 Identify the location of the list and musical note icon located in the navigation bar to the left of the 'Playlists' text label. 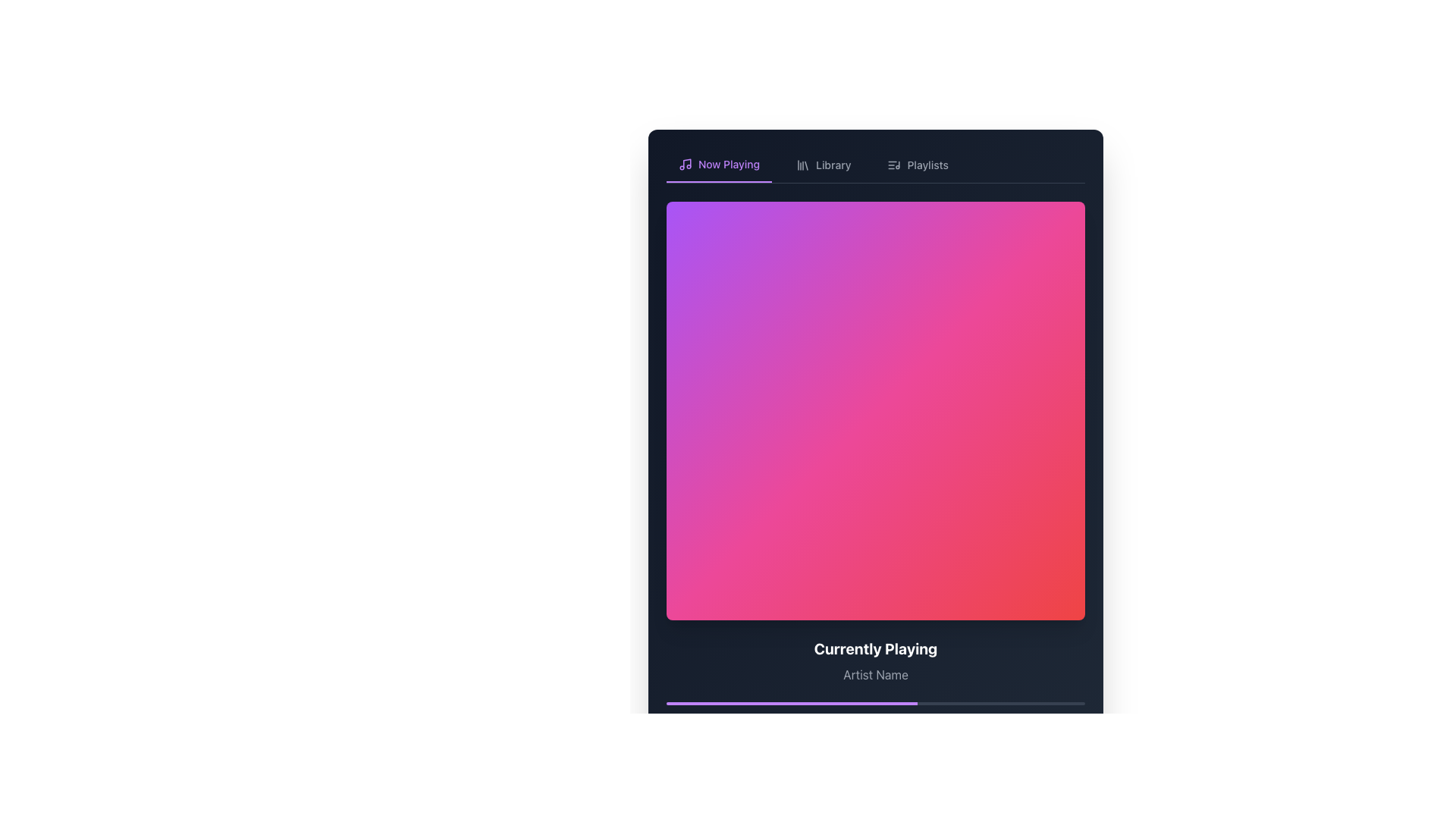
(894, 165).